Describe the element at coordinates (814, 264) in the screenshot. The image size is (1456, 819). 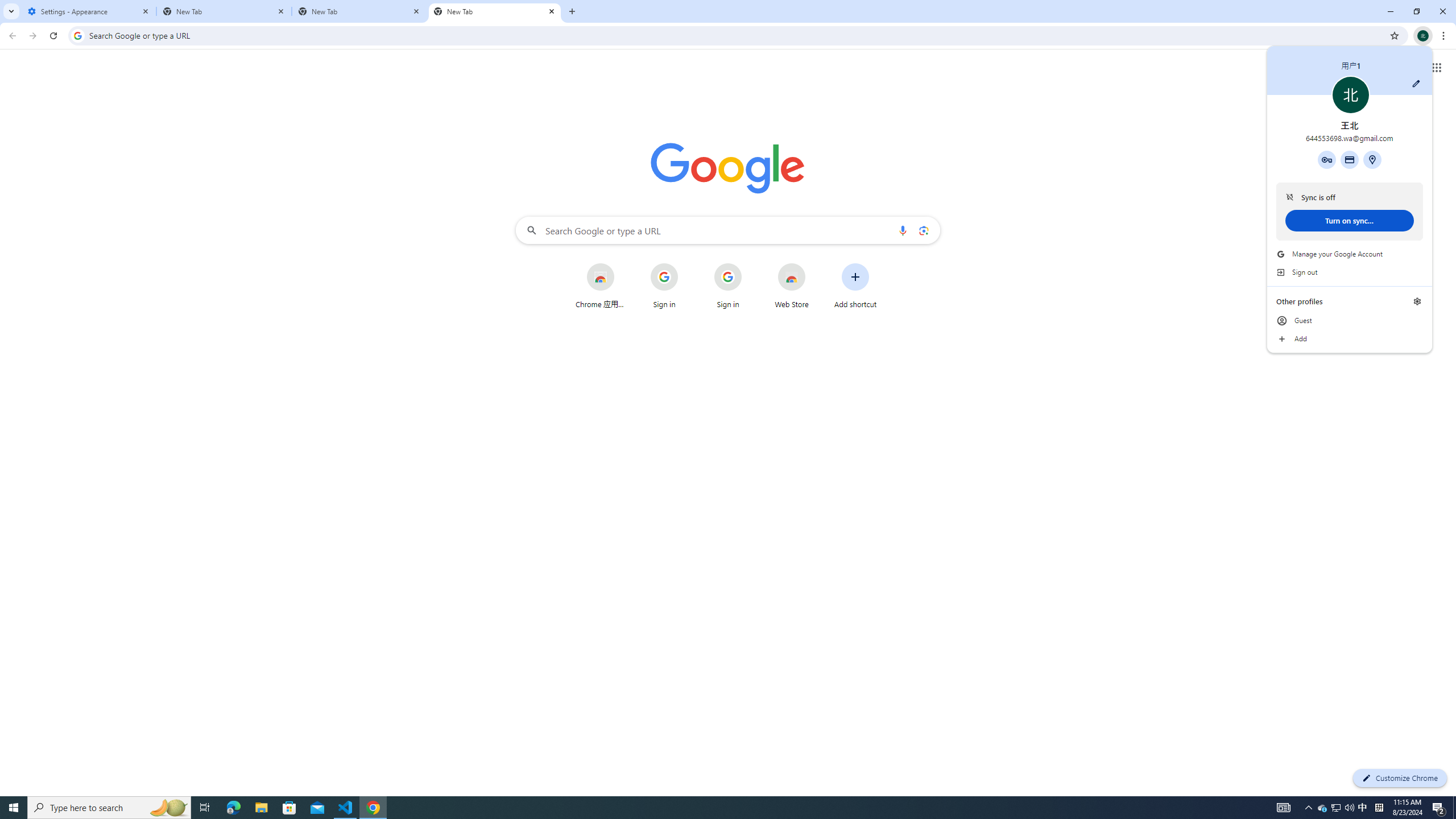
I see `'More actions for Sign in shortcut'` at that location.